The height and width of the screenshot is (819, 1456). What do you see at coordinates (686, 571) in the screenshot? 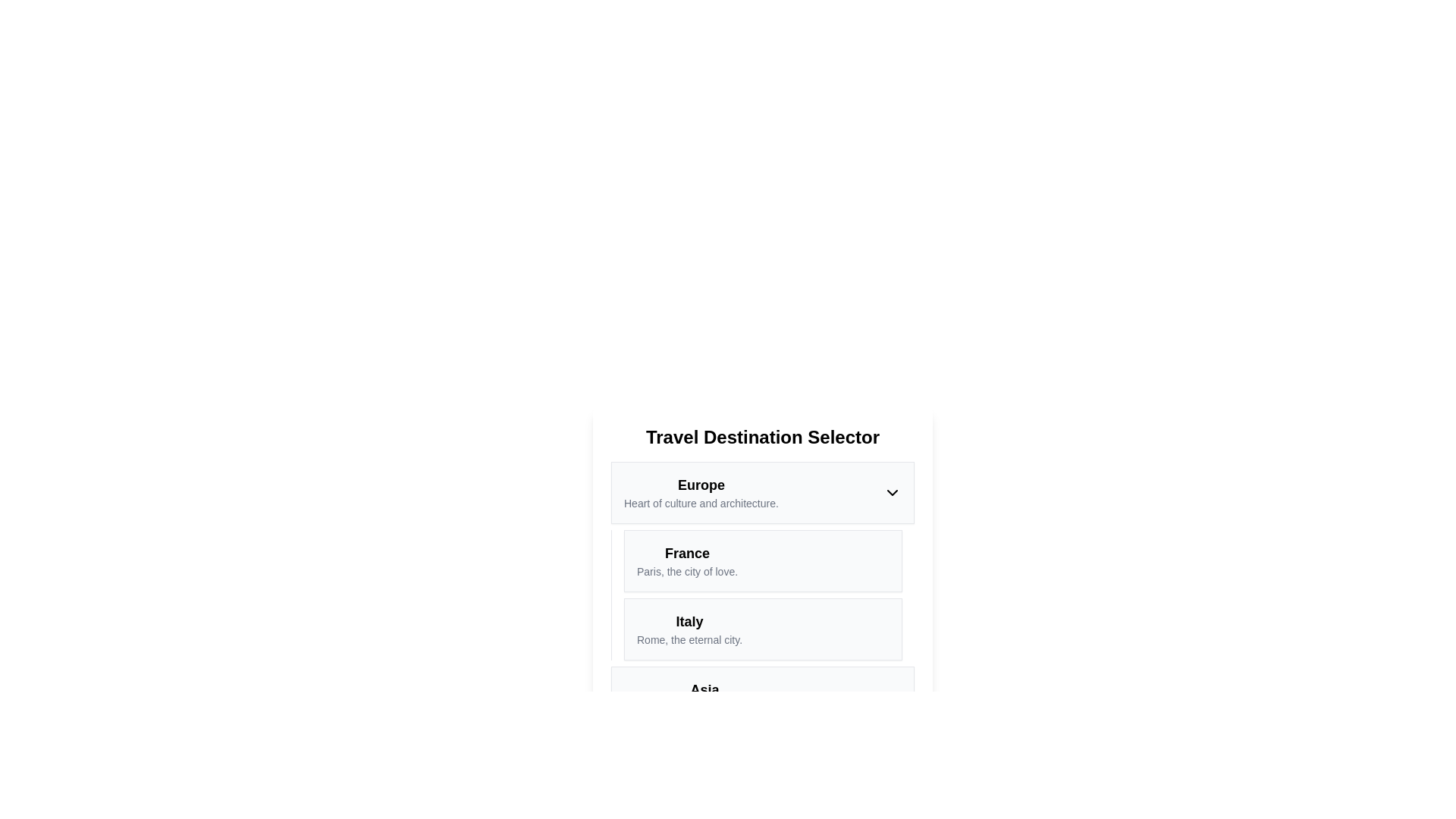
I see `the Text label that provides descriptive content under the title 'France' in the 'Travel Destination Selector' panel` at bounding box center [686, 571].